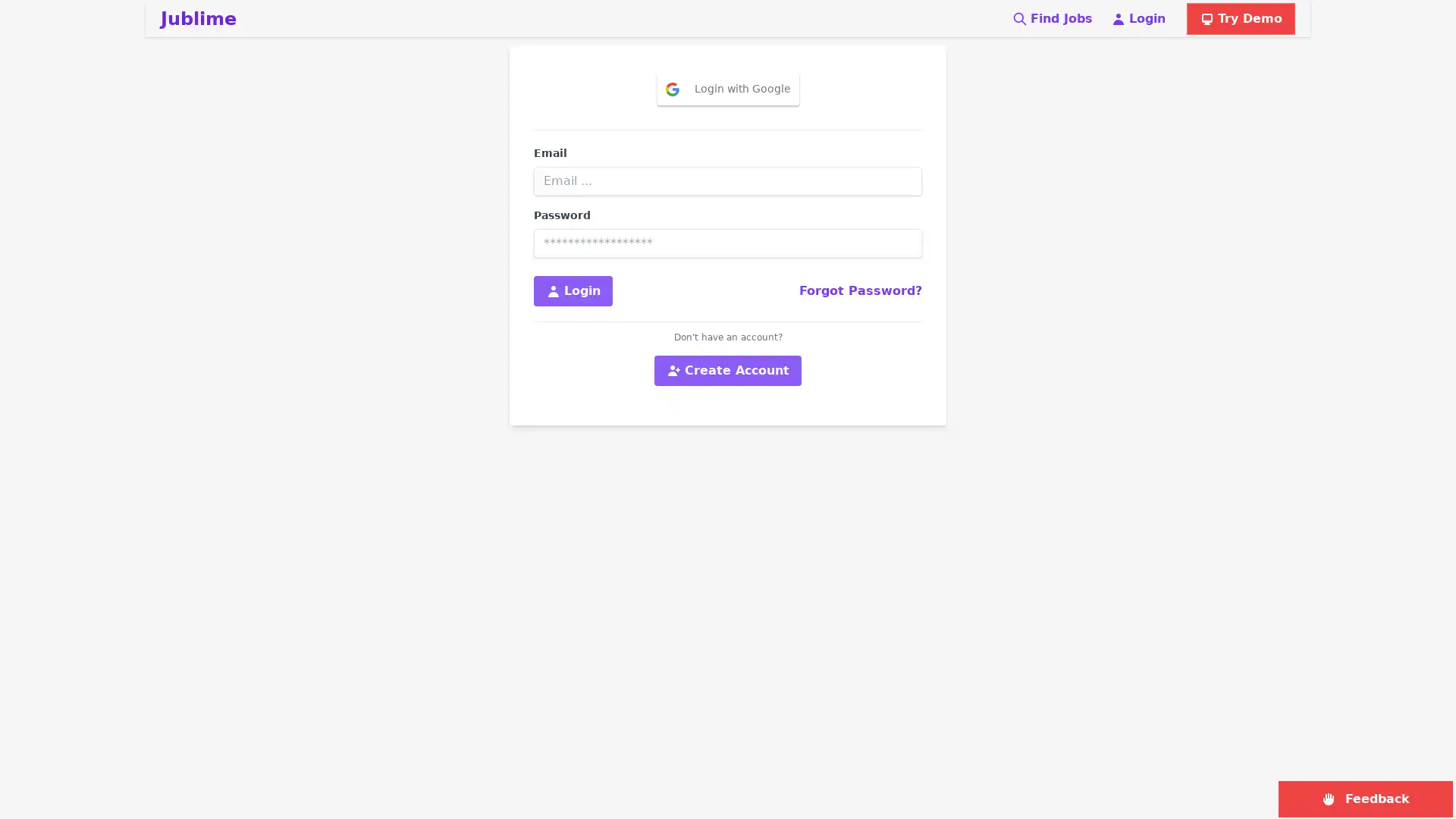 This screenshot has width=1456, height=819. Describe the element at coordinates (728, 371) in the screenshot. I see `Create Account` at that location.